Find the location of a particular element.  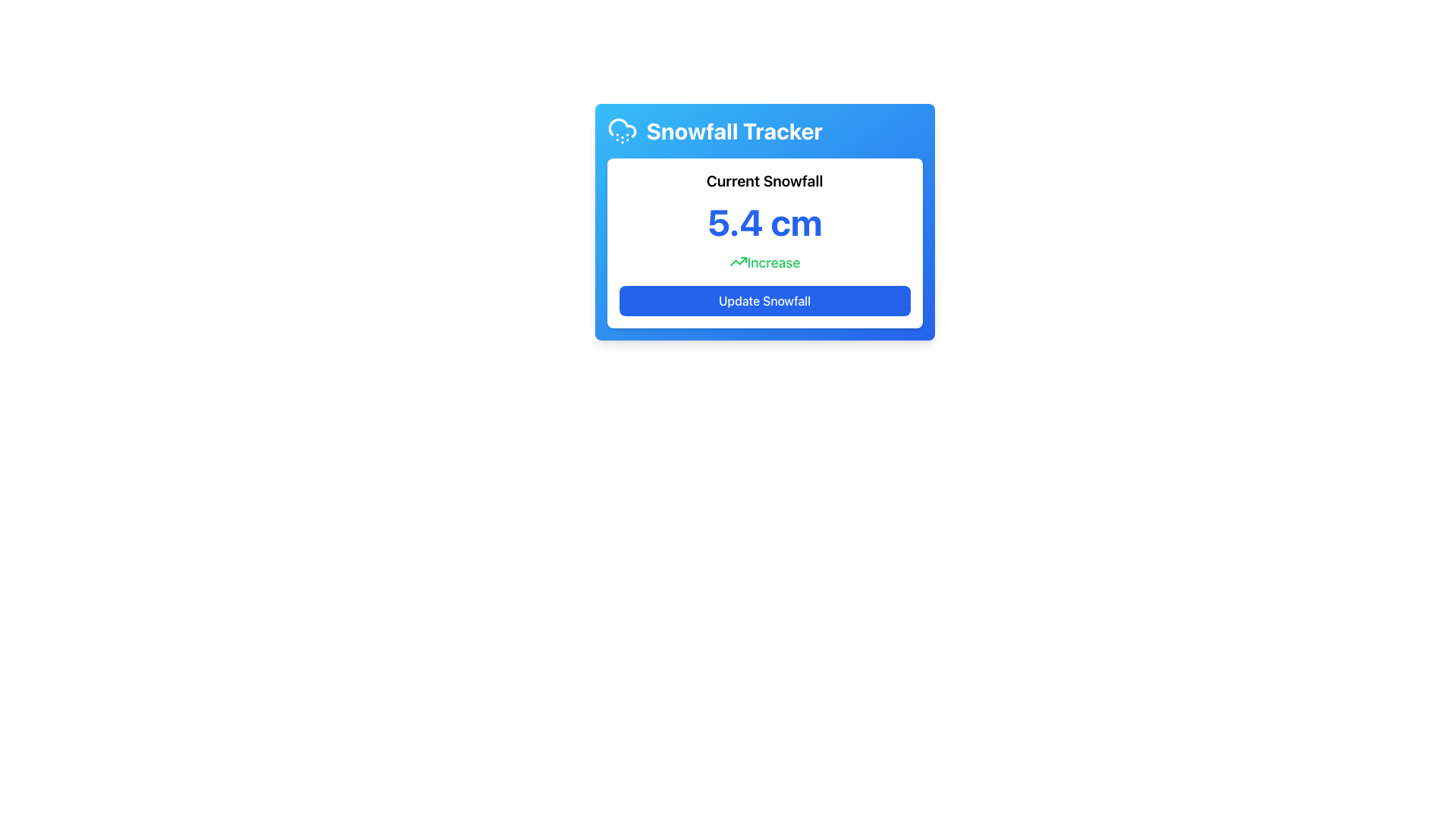

the Information Display Panel that shows snowfall data, located in the center of the 'Snowfall Tracker' component, below the title and above the 'Update Snowfall' button is located at coordinates (764, 242).